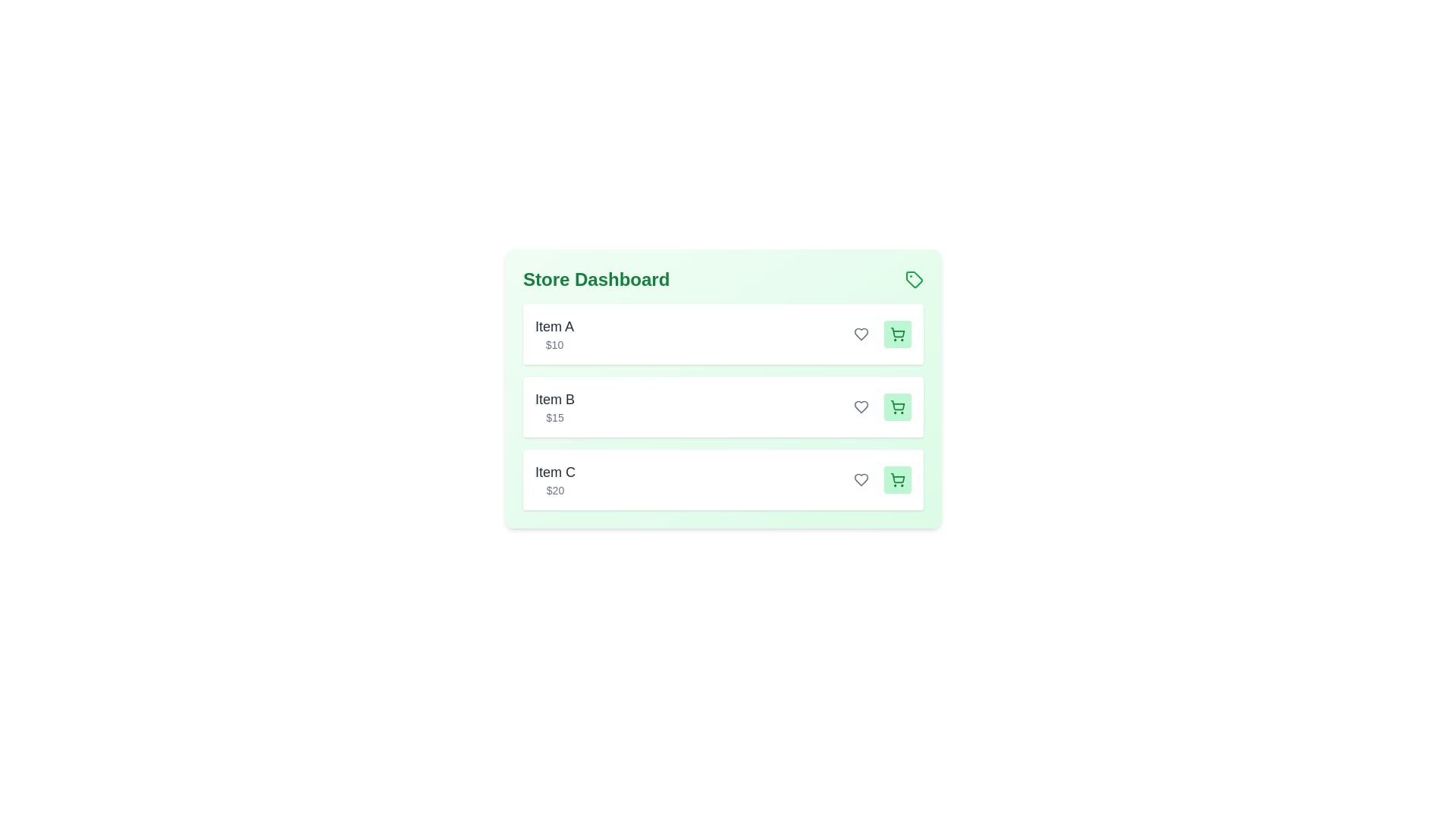 The height and width of the screenshot is (819, 1456). What do you see at coordinates (861, 406) in the screenshot?
I see `the heart icon located in the second row next to 'Item B'` at bounding box center [861, 406].